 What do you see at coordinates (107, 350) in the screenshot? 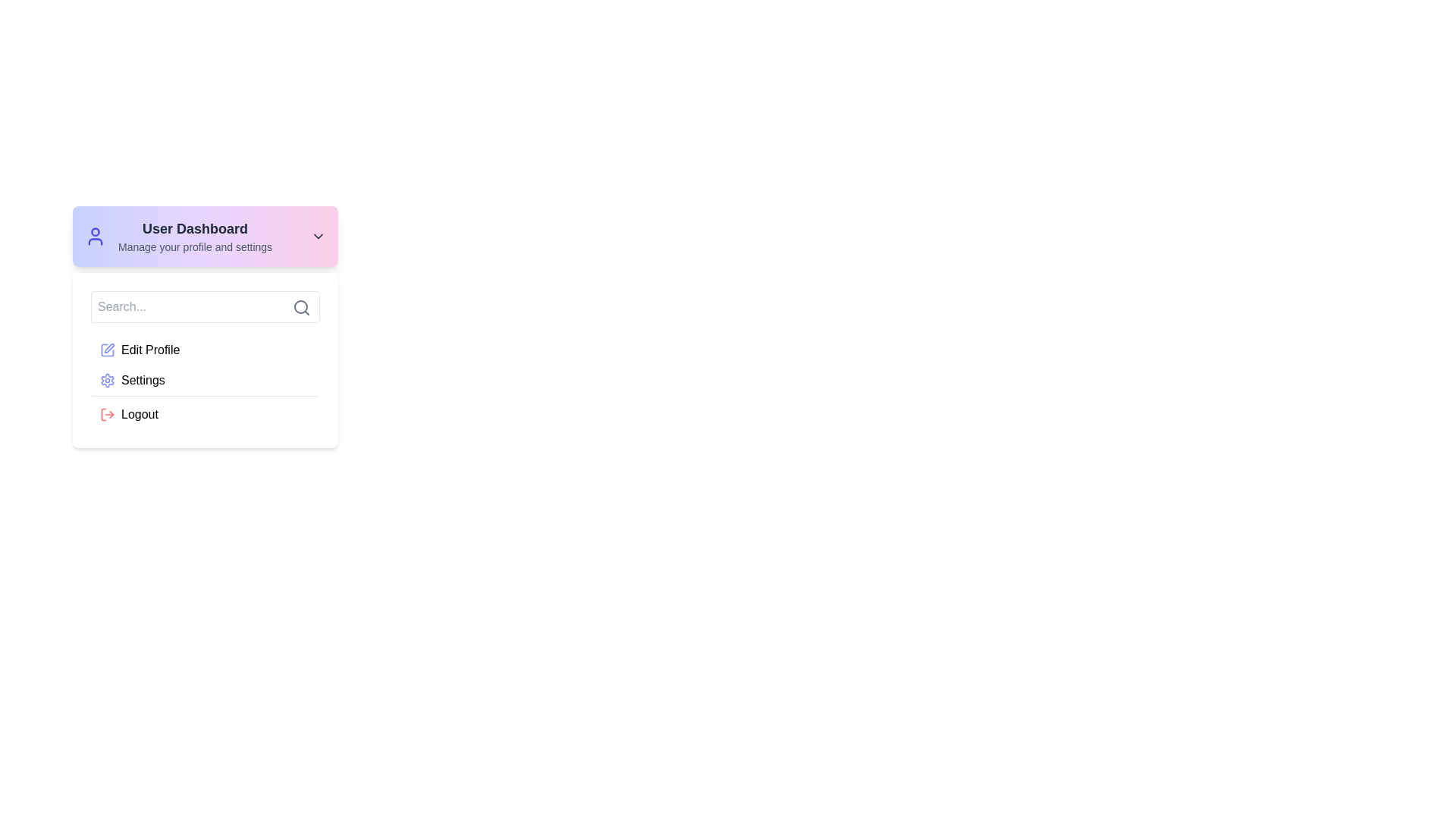
I see `the square-shaped blue icon with a pen symbol located before the 'Edit Profile' text` at bounding box center [107, 350].